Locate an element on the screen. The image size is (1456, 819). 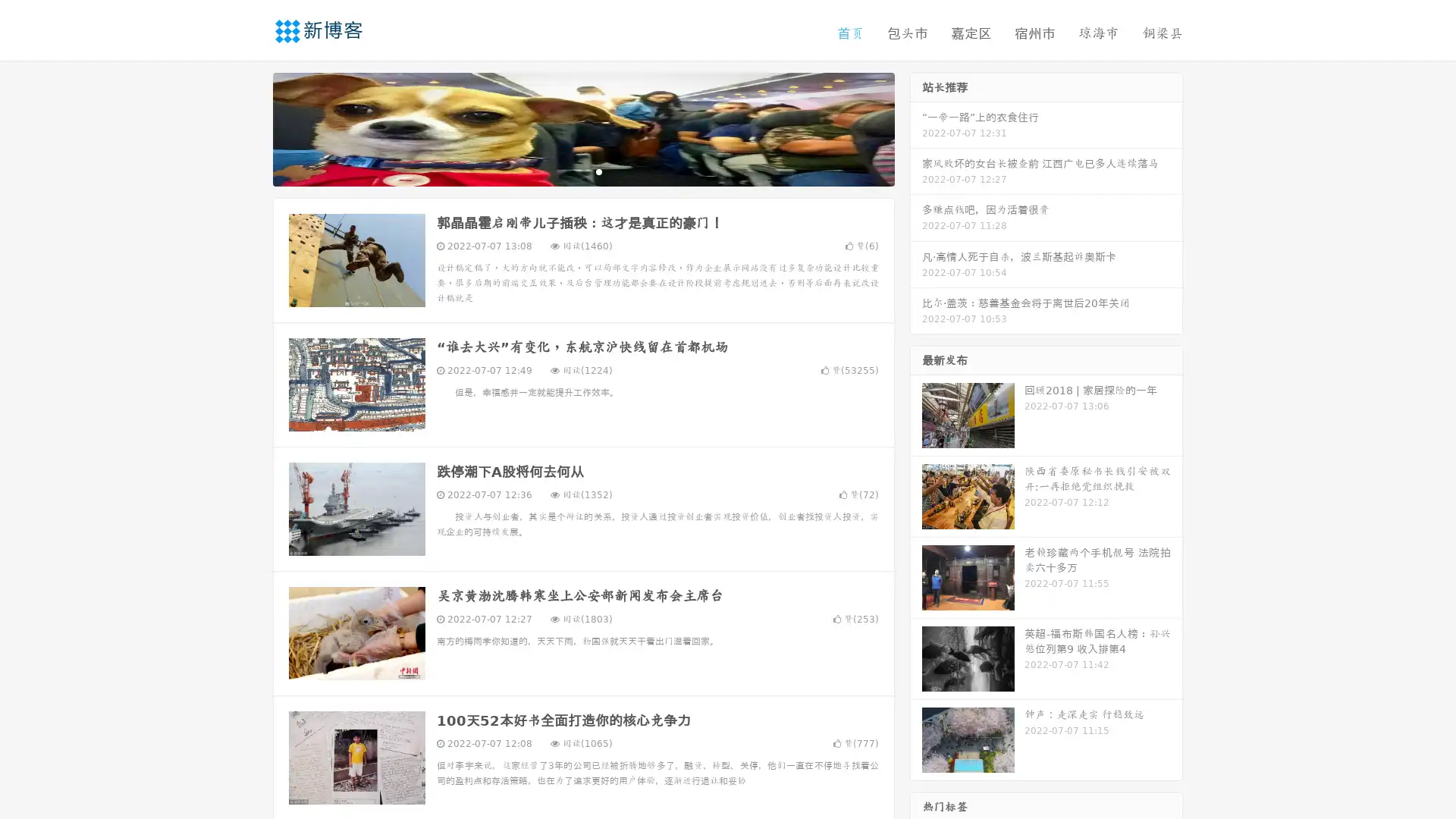
Go to slide 1 is located at coordinates (567, 171).